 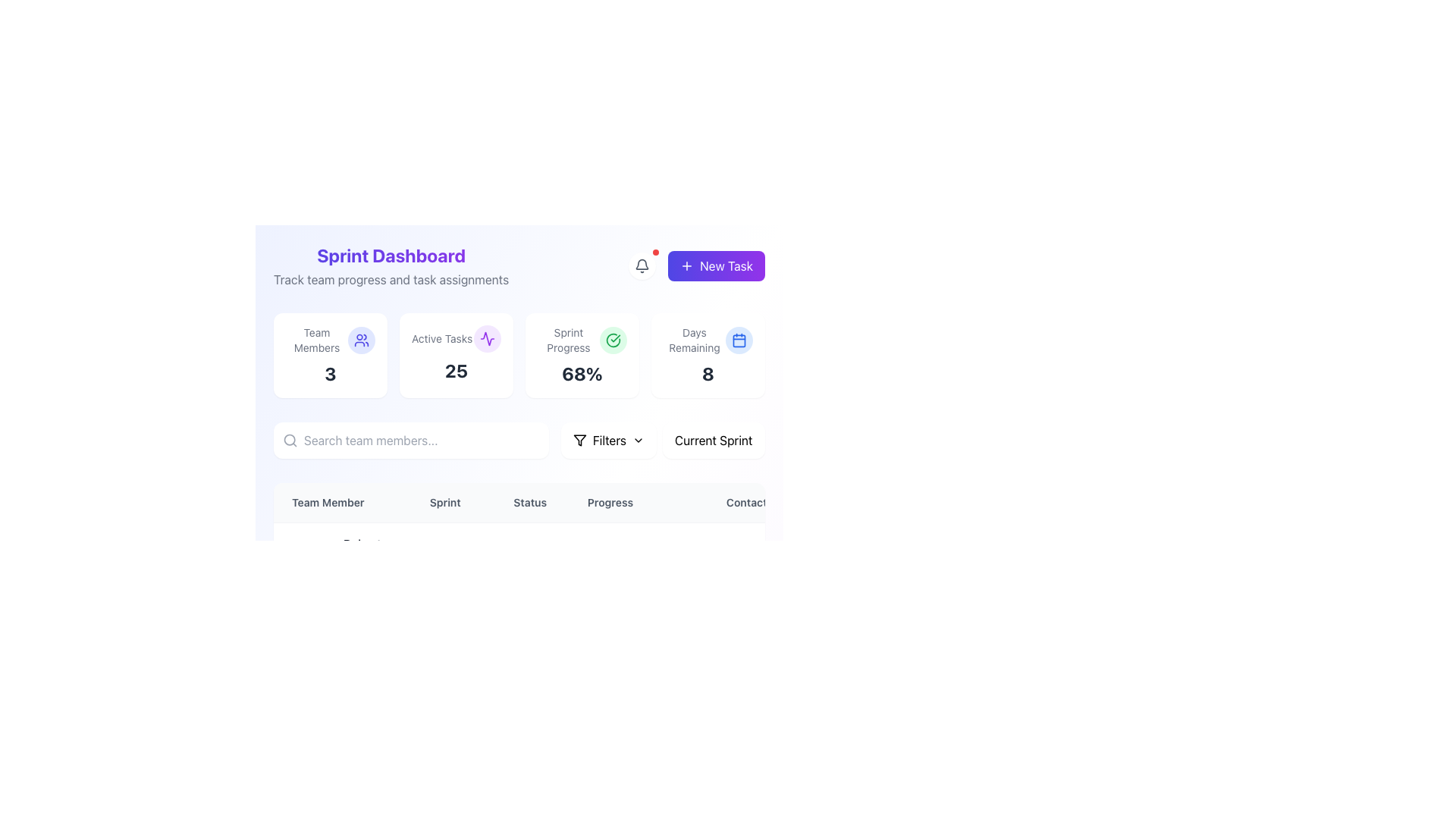 I want to click on the User information card component that displays a user's name, role, and status, located in the 'Team Member' section of the 'Sprint Dashboard', so click(x=341, y=659).